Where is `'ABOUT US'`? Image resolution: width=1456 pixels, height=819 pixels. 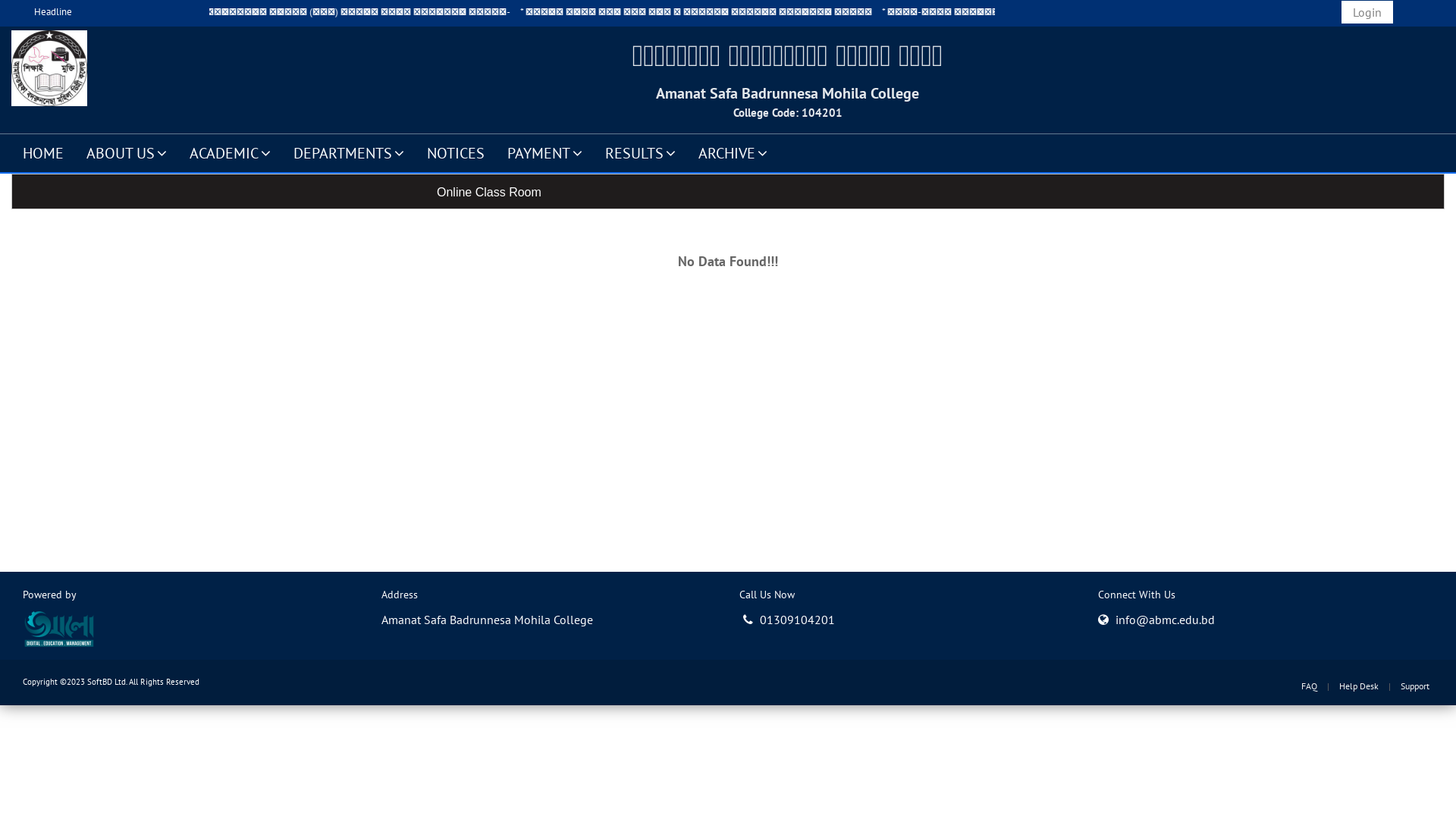 'ABOUT US' is located at coordinates (127, 152).